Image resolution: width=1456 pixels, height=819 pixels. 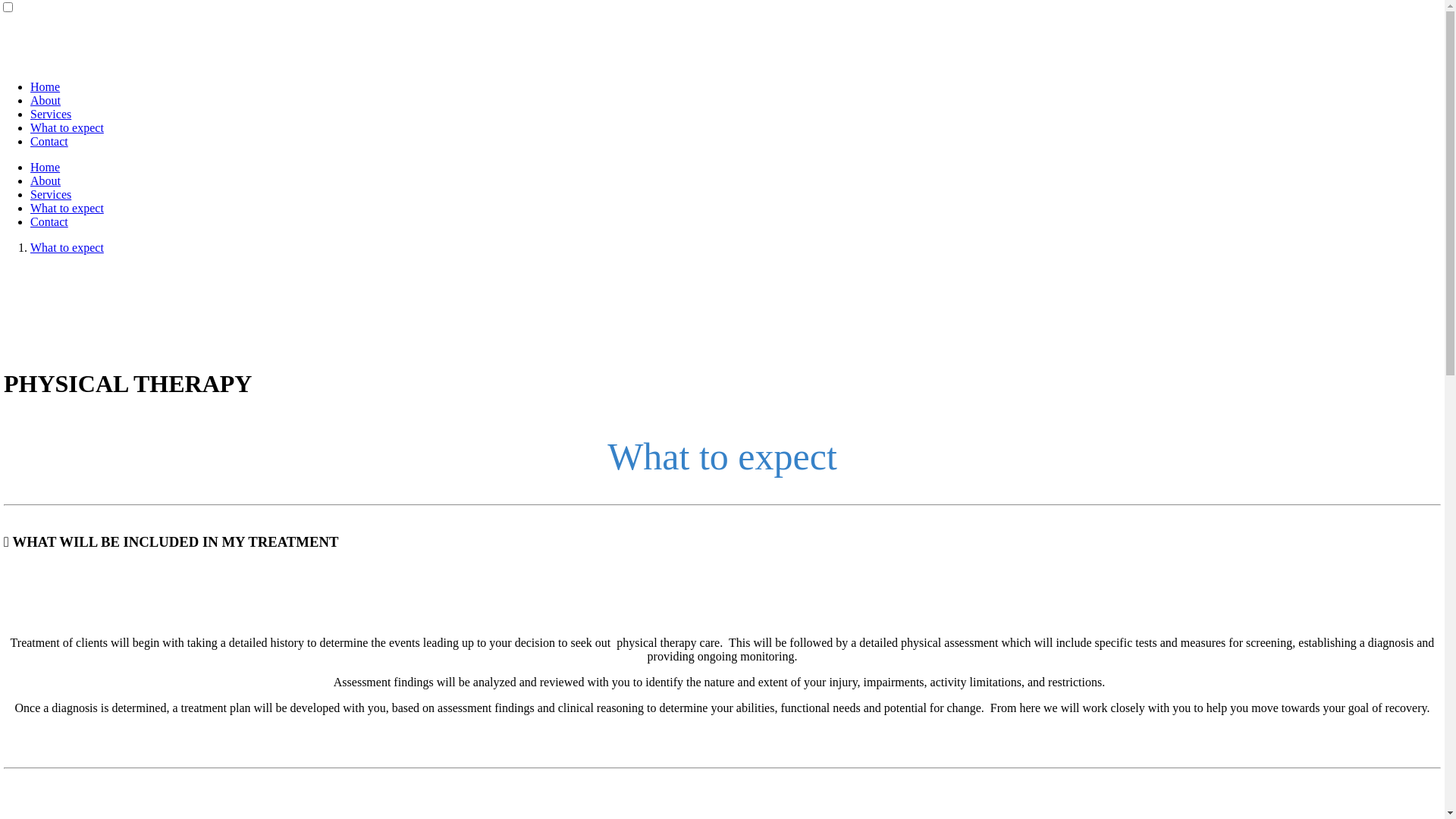 What do you see at coordinates (30, 100) in the screenshot?
I see `'About'` at bounding box center [30, 100].